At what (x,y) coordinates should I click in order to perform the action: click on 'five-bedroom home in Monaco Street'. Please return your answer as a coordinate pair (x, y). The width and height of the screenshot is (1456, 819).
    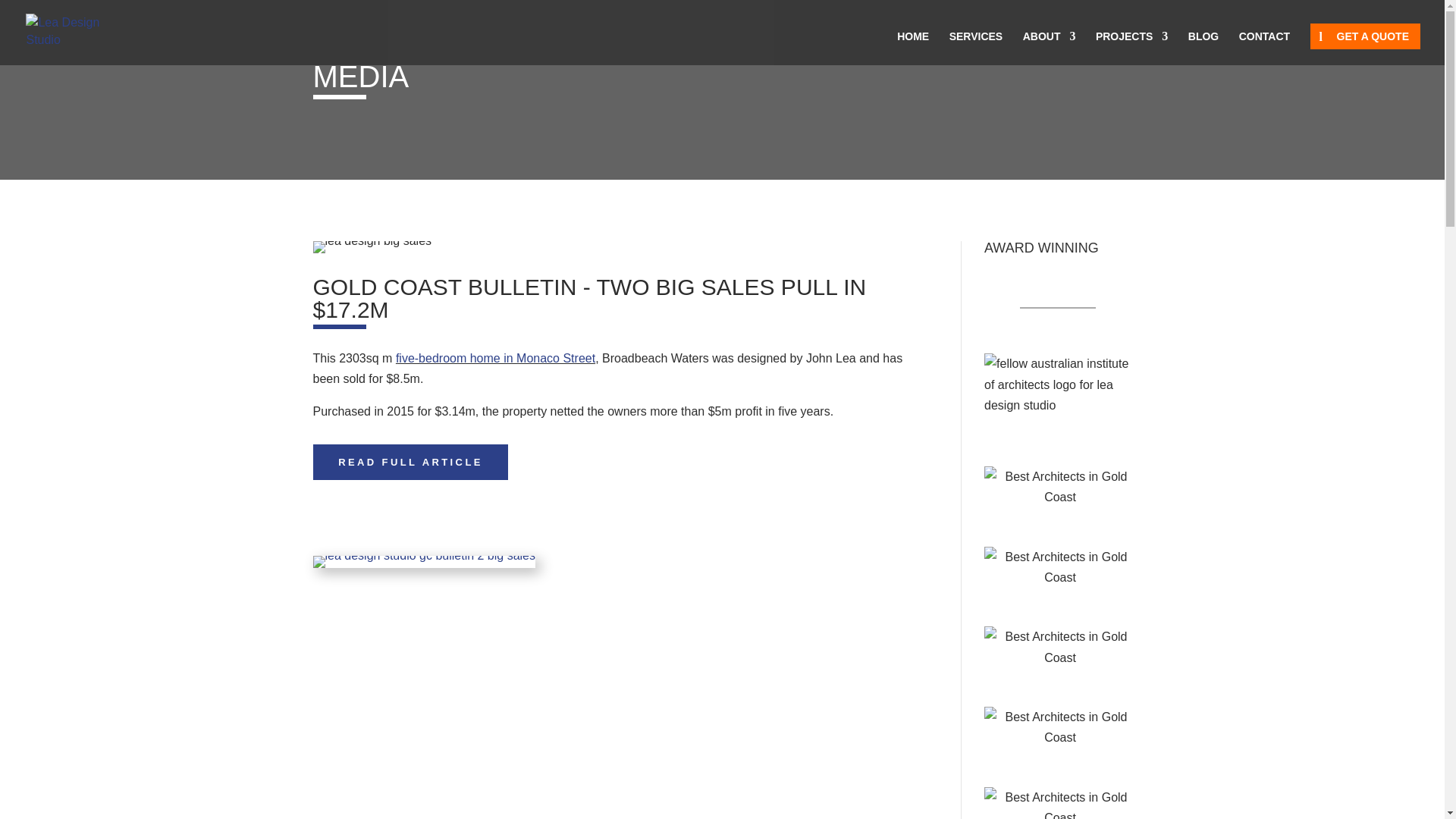
    Looking at the image, I should click on (396, 358).